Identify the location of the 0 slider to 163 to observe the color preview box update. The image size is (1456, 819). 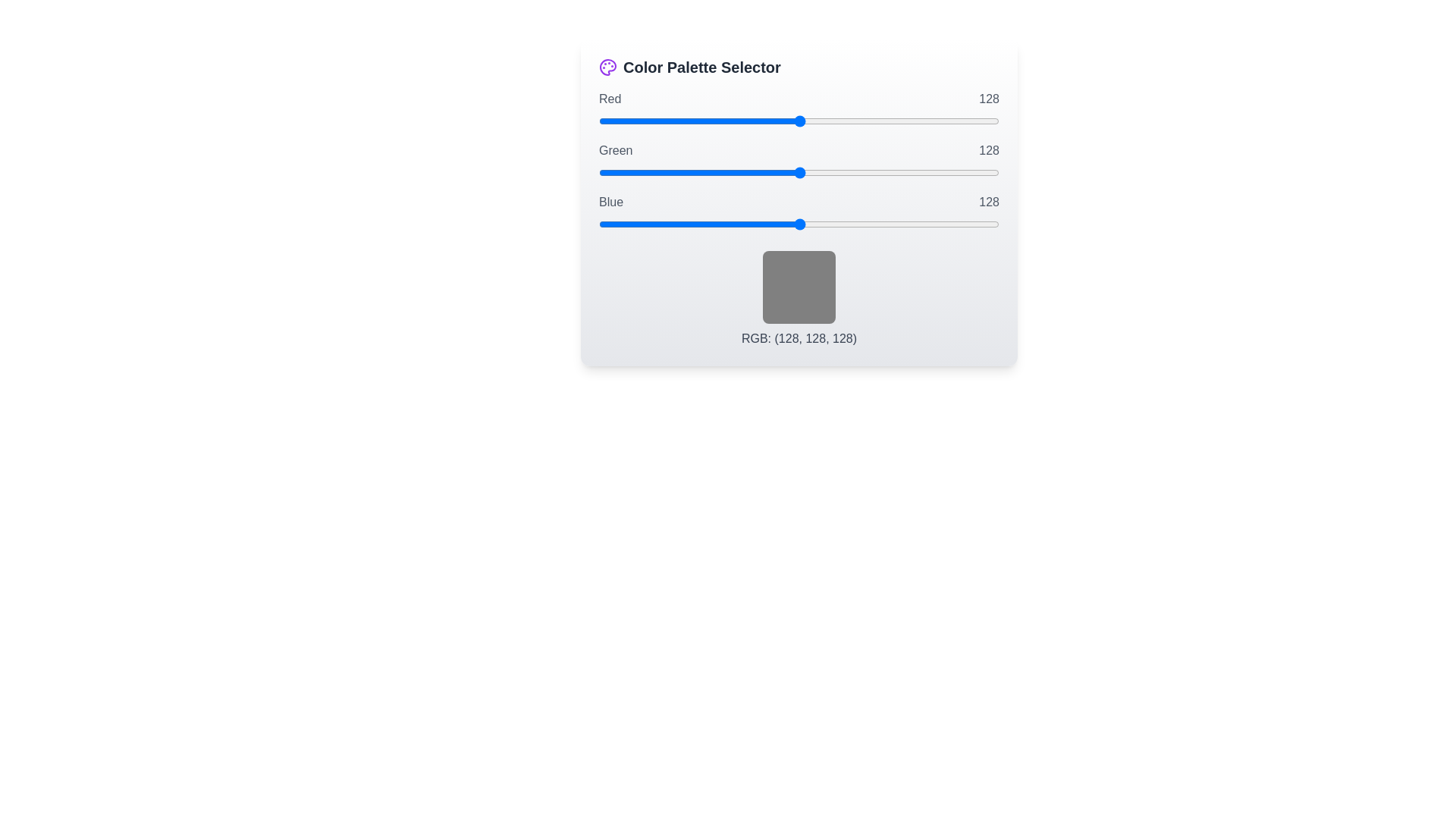
(799, 120).